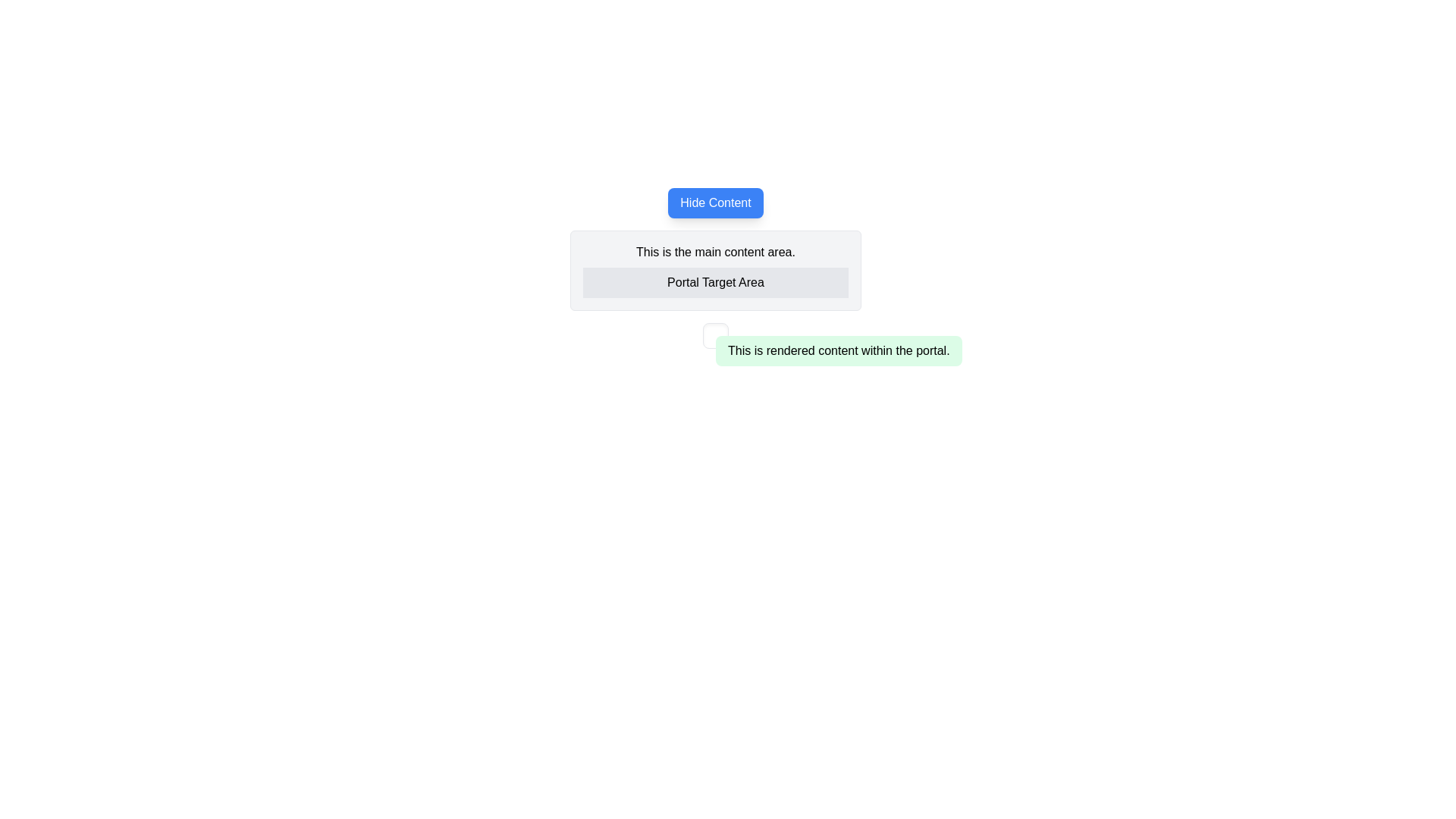  Describe the element at coordinates (715, 202) in the screenshot. I see `the button with rounded corners and a blue background that reads 'Hide Content' to change its visual state` at that location.